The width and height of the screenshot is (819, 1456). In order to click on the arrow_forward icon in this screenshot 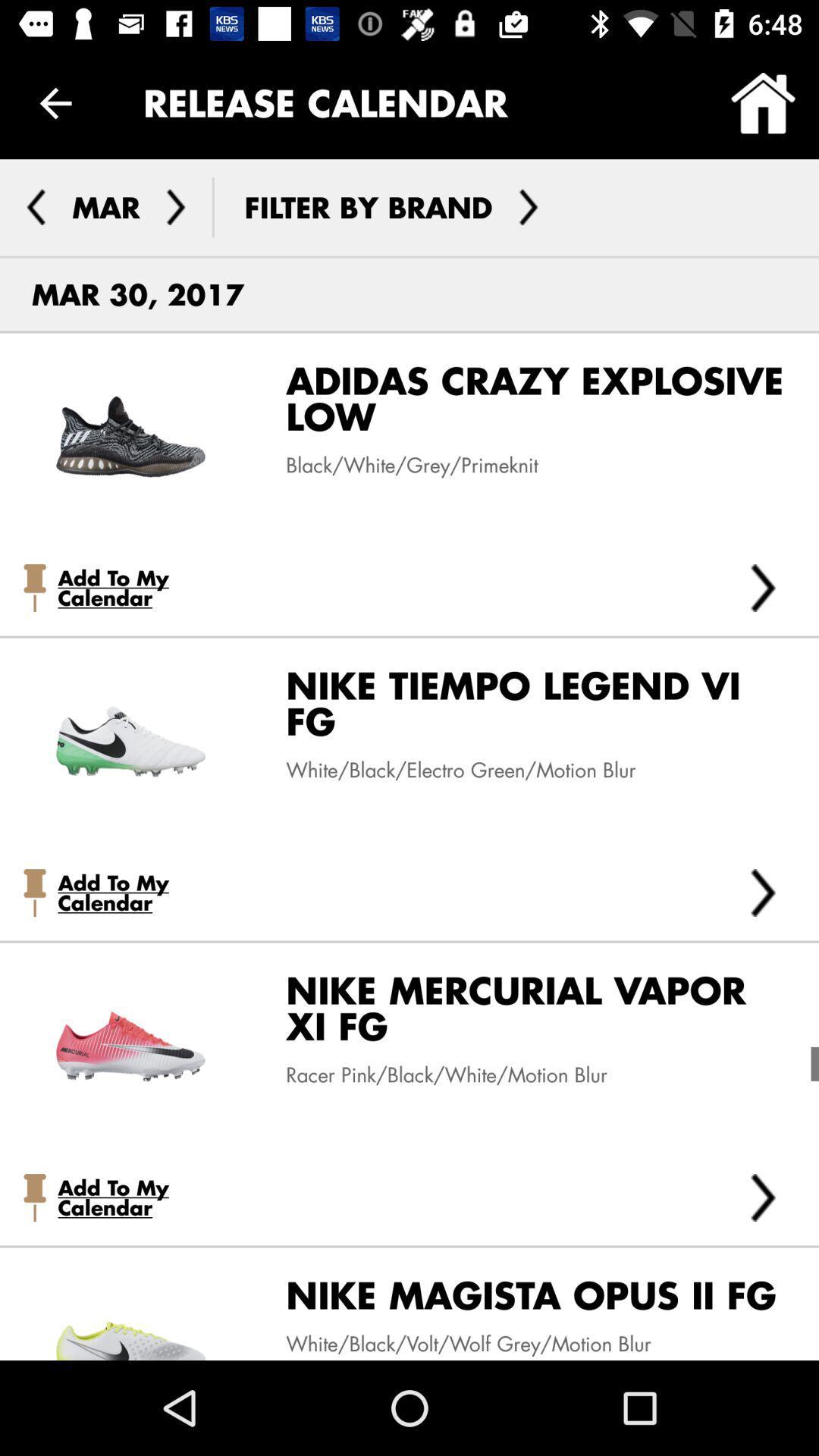, I will do `click(175, 206)`.